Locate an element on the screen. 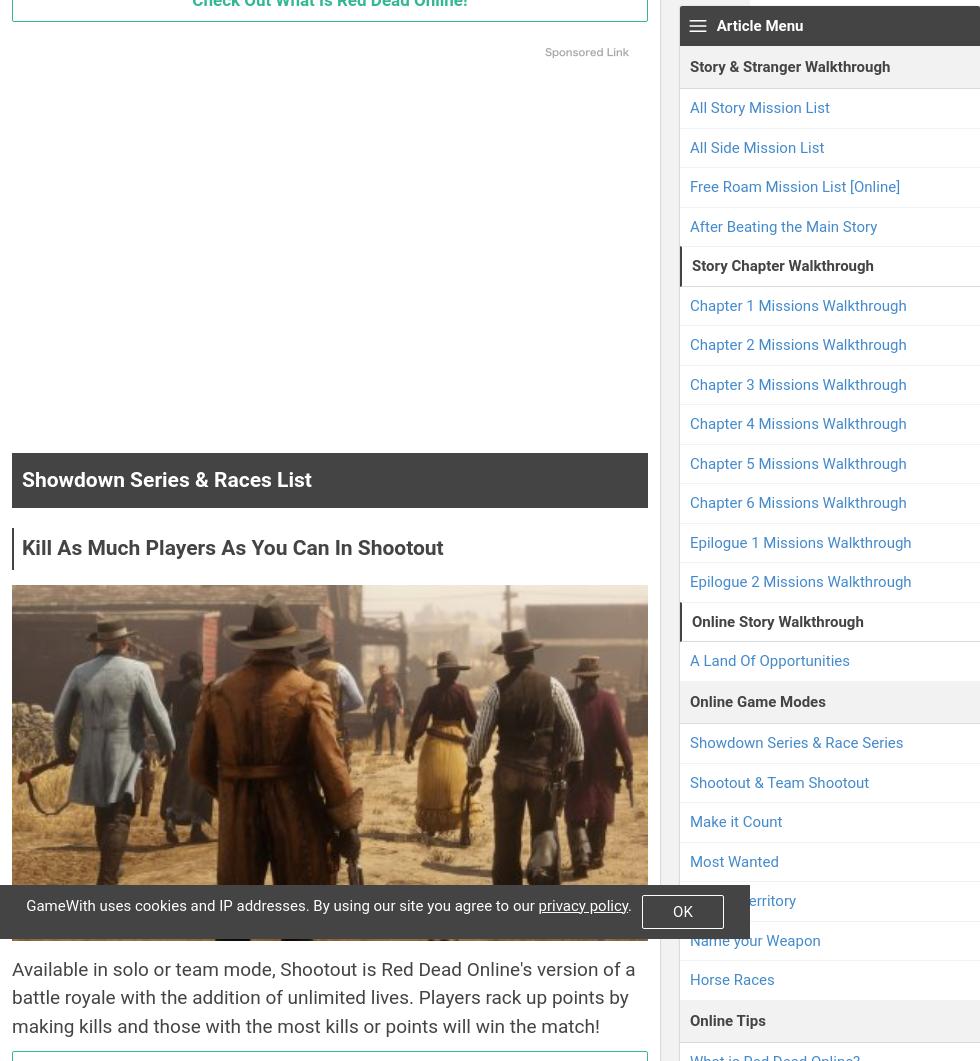 Image resolution: width=980 pixels, height=1061 pixels. 'Free Roam Mission List [Online]' is located at coordinates (794, 185).